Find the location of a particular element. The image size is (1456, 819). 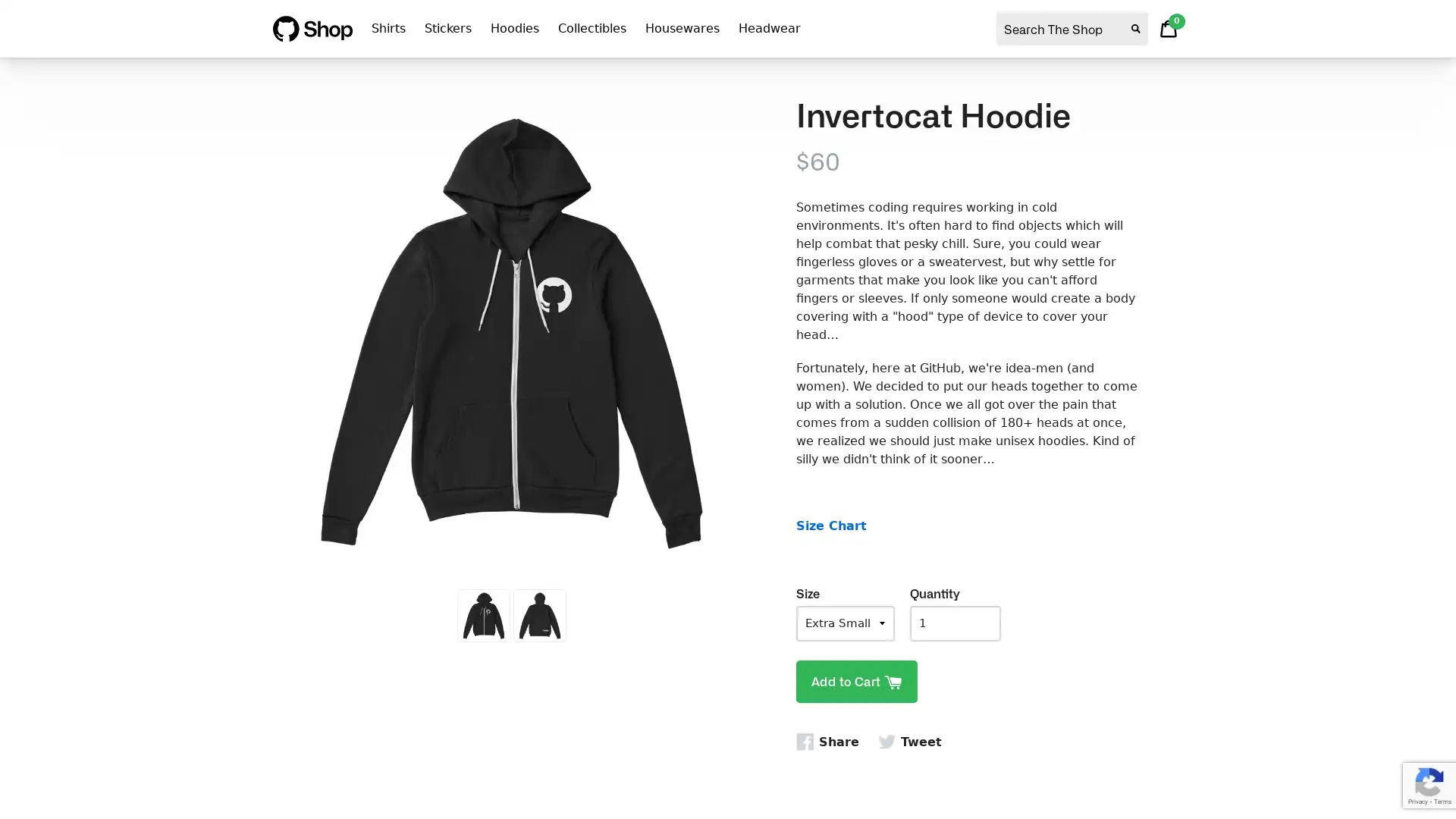

Add to Cart is located at coordinates (856, 680).